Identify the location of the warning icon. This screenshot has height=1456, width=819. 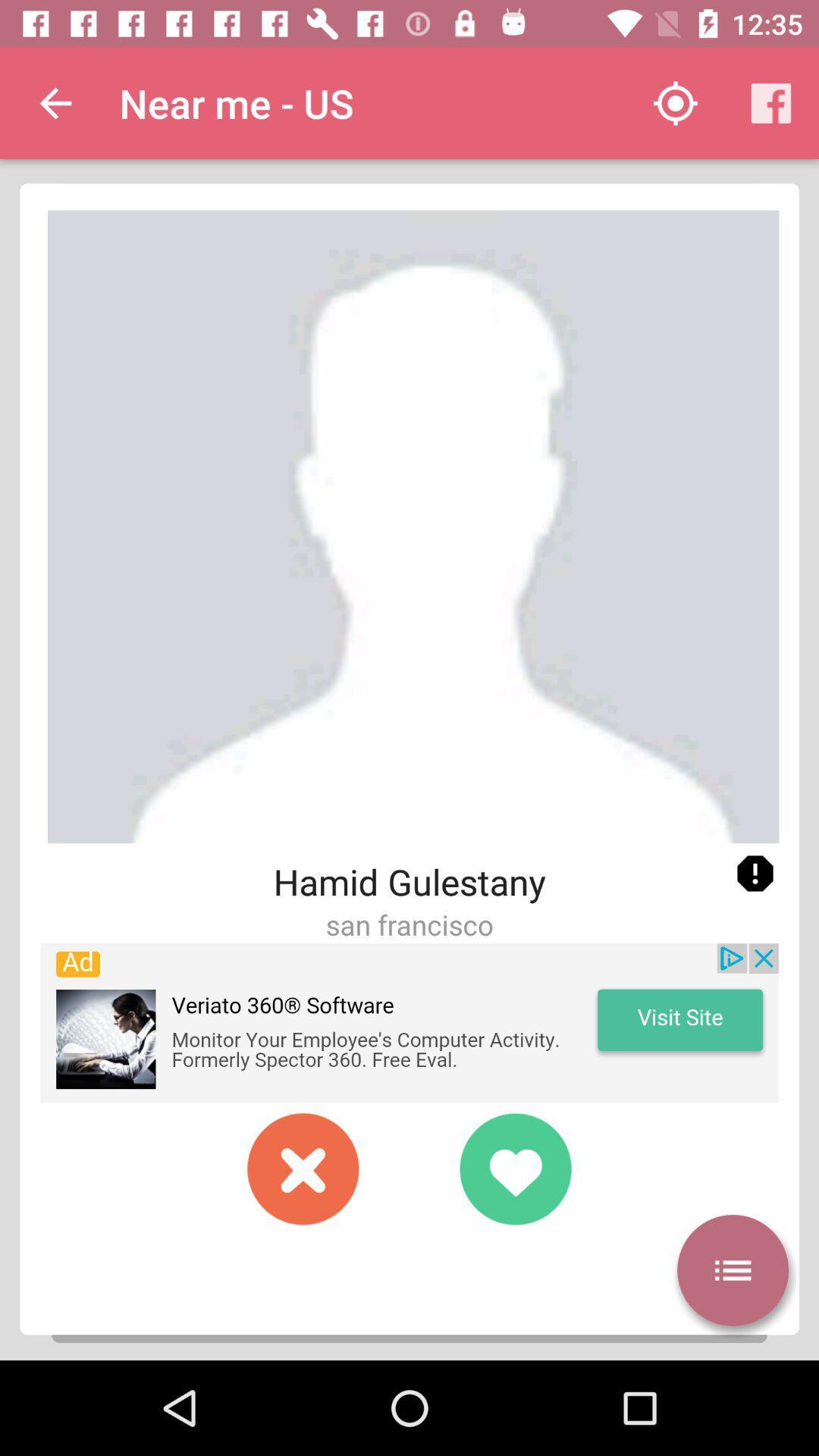
(755, 874).